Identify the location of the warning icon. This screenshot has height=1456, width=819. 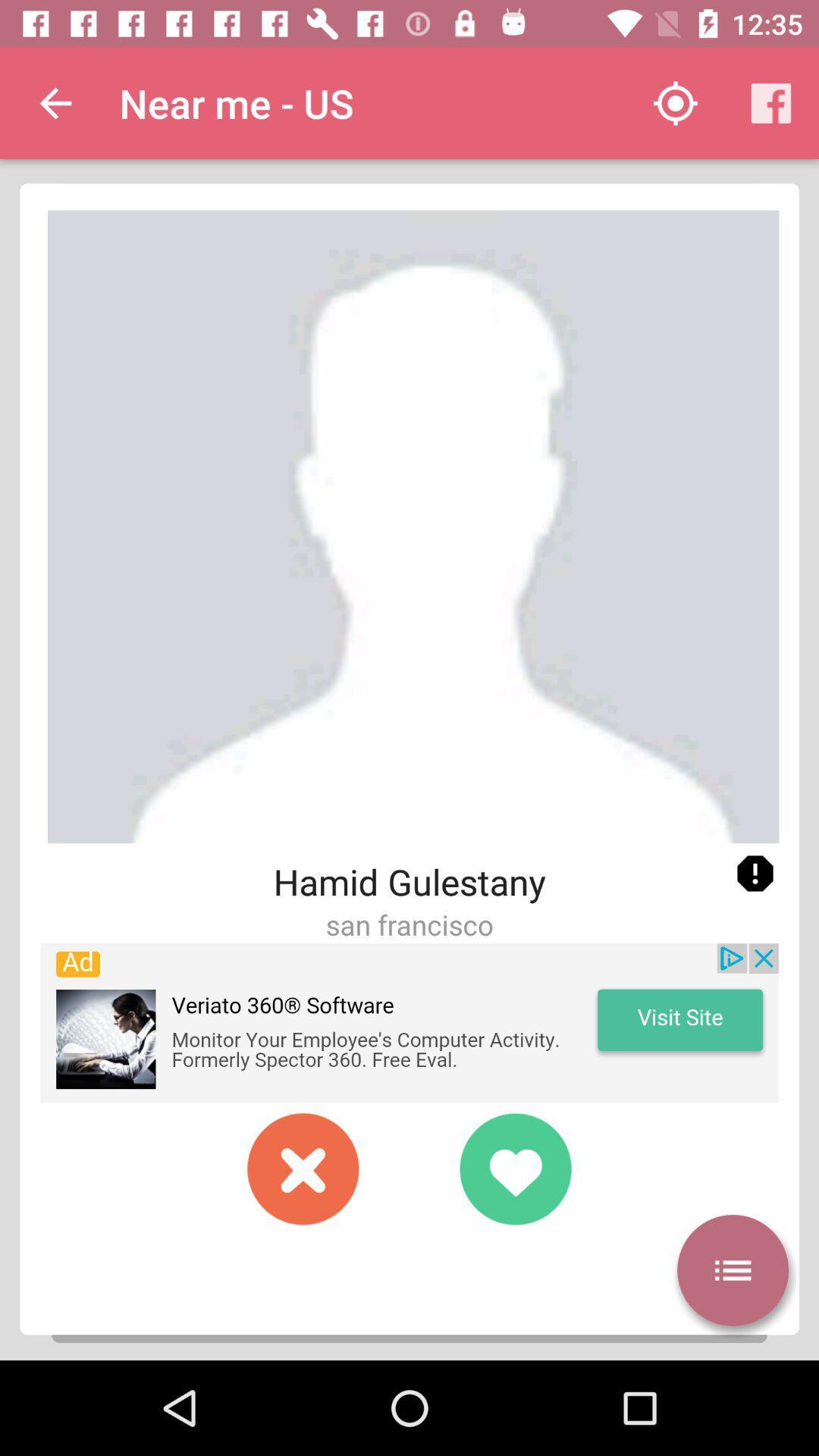
(755, 874).